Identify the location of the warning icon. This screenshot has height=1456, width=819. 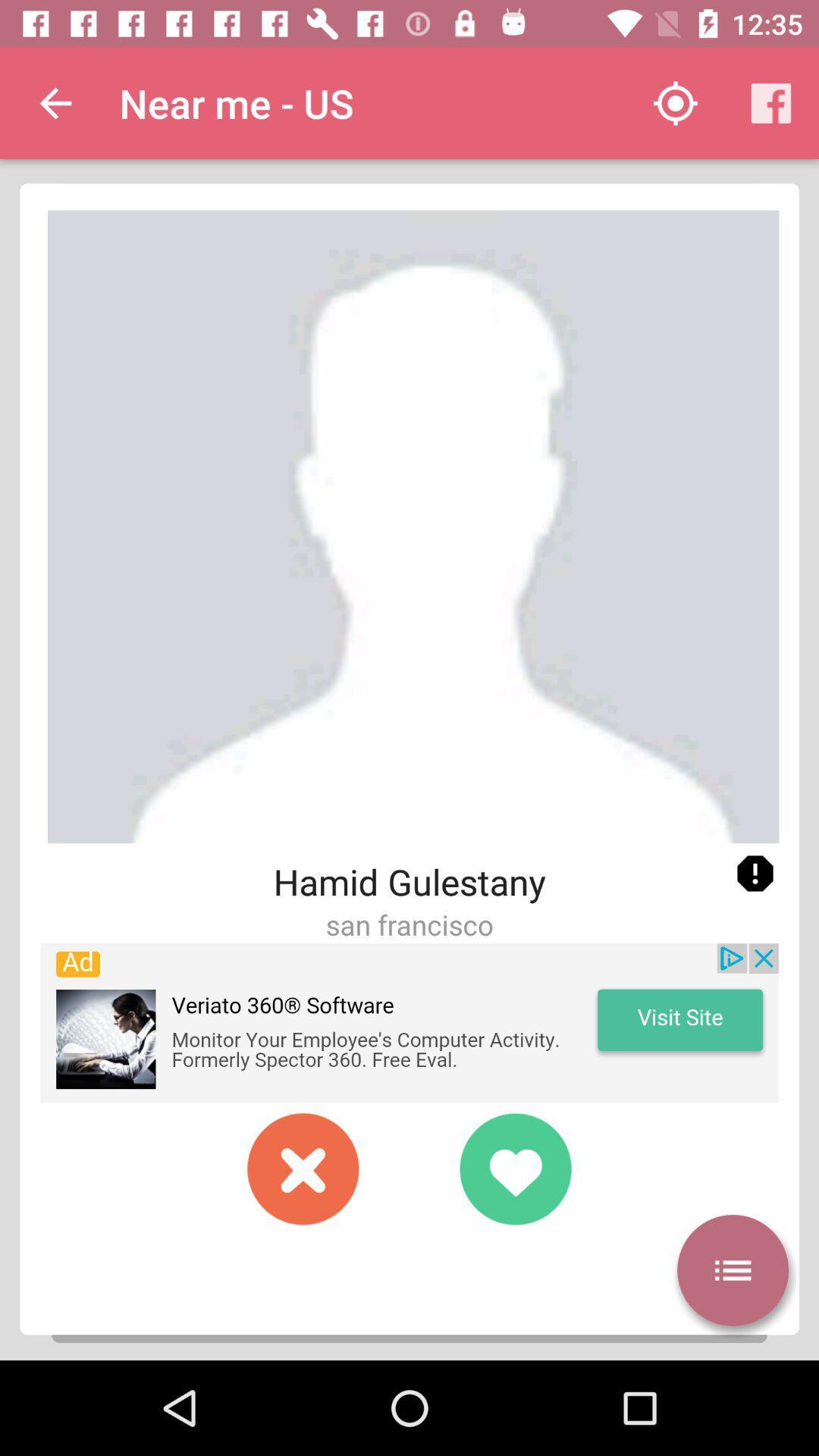
(755, 874).